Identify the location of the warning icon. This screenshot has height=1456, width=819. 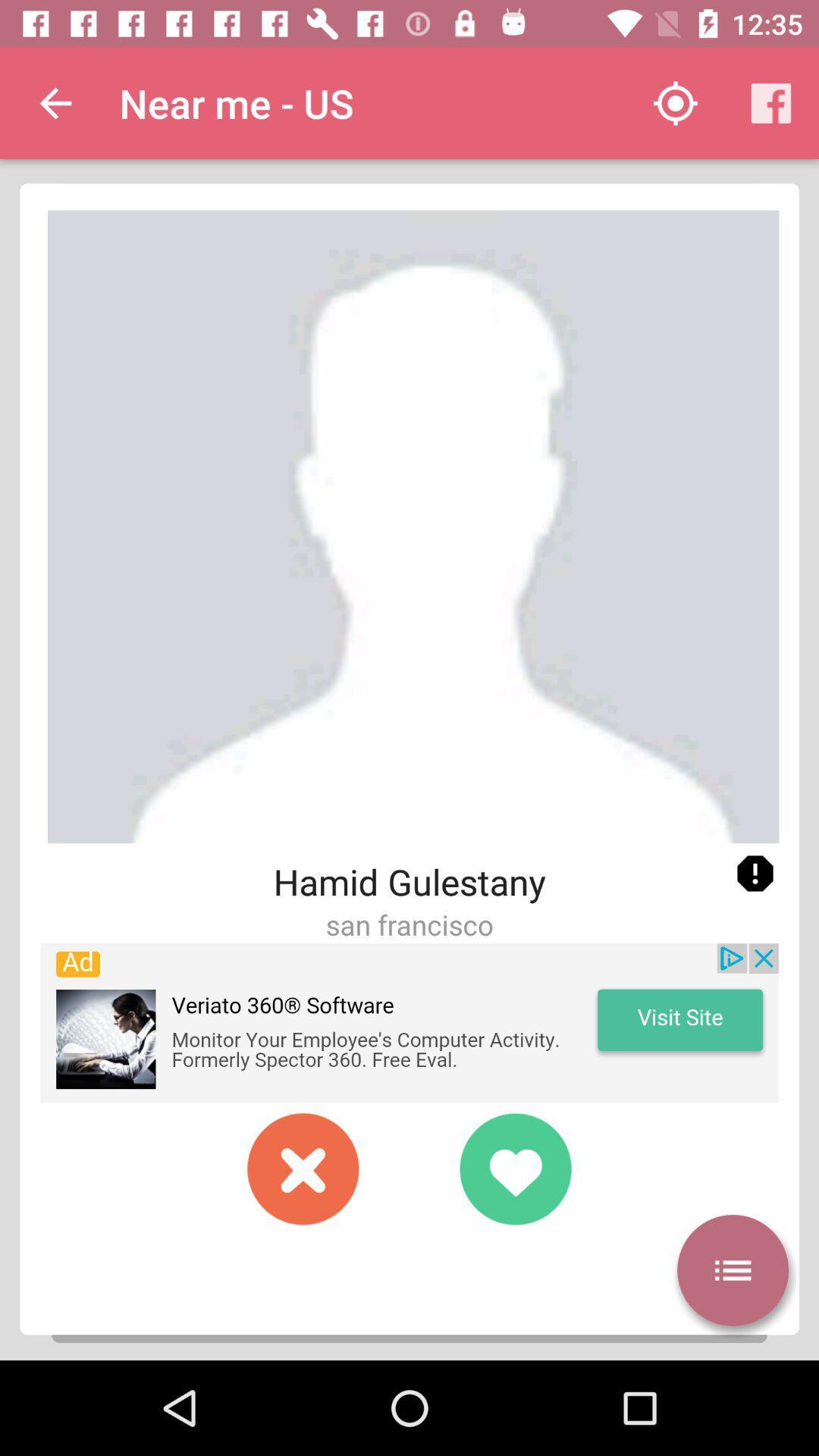
(755, 874).